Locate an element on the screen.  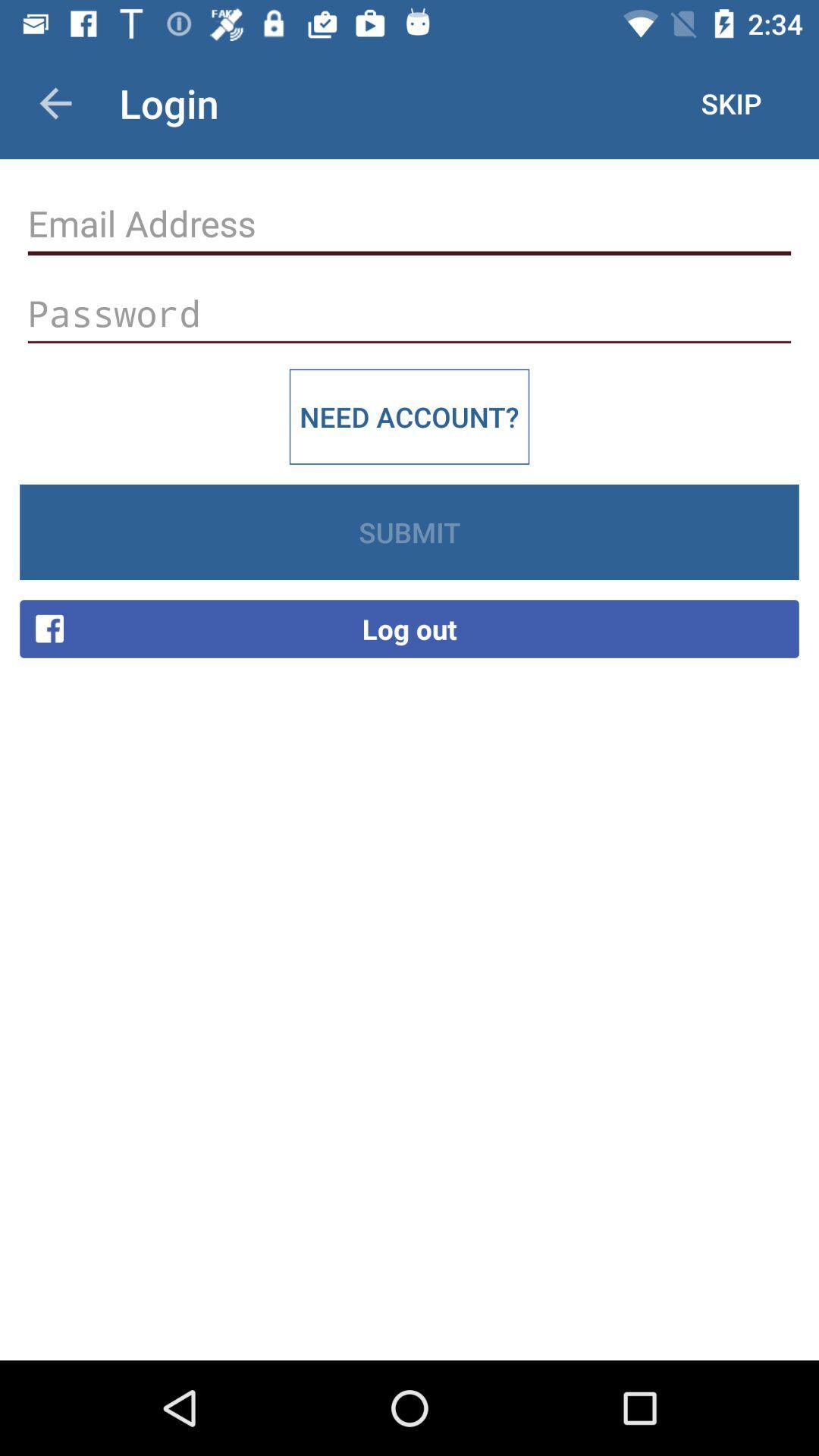
insert the password is located at coordinates (409, 312).